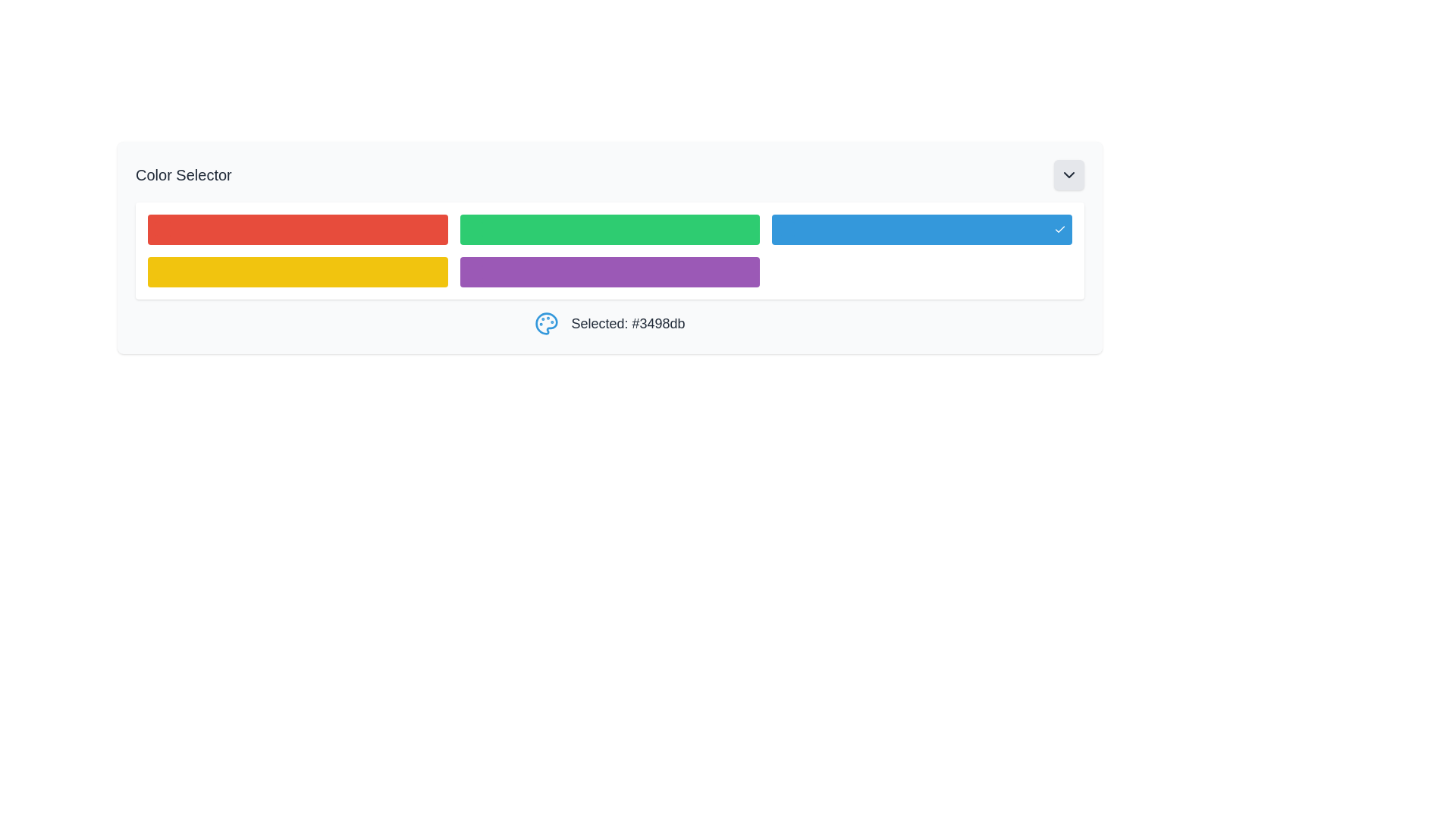  What do you see at coordinates (1068, 174) in the screenshot?
I see `the dropdown toggle button located in the top-right corner of the 'Color Selector' section` at bounding box center [1068, 174].